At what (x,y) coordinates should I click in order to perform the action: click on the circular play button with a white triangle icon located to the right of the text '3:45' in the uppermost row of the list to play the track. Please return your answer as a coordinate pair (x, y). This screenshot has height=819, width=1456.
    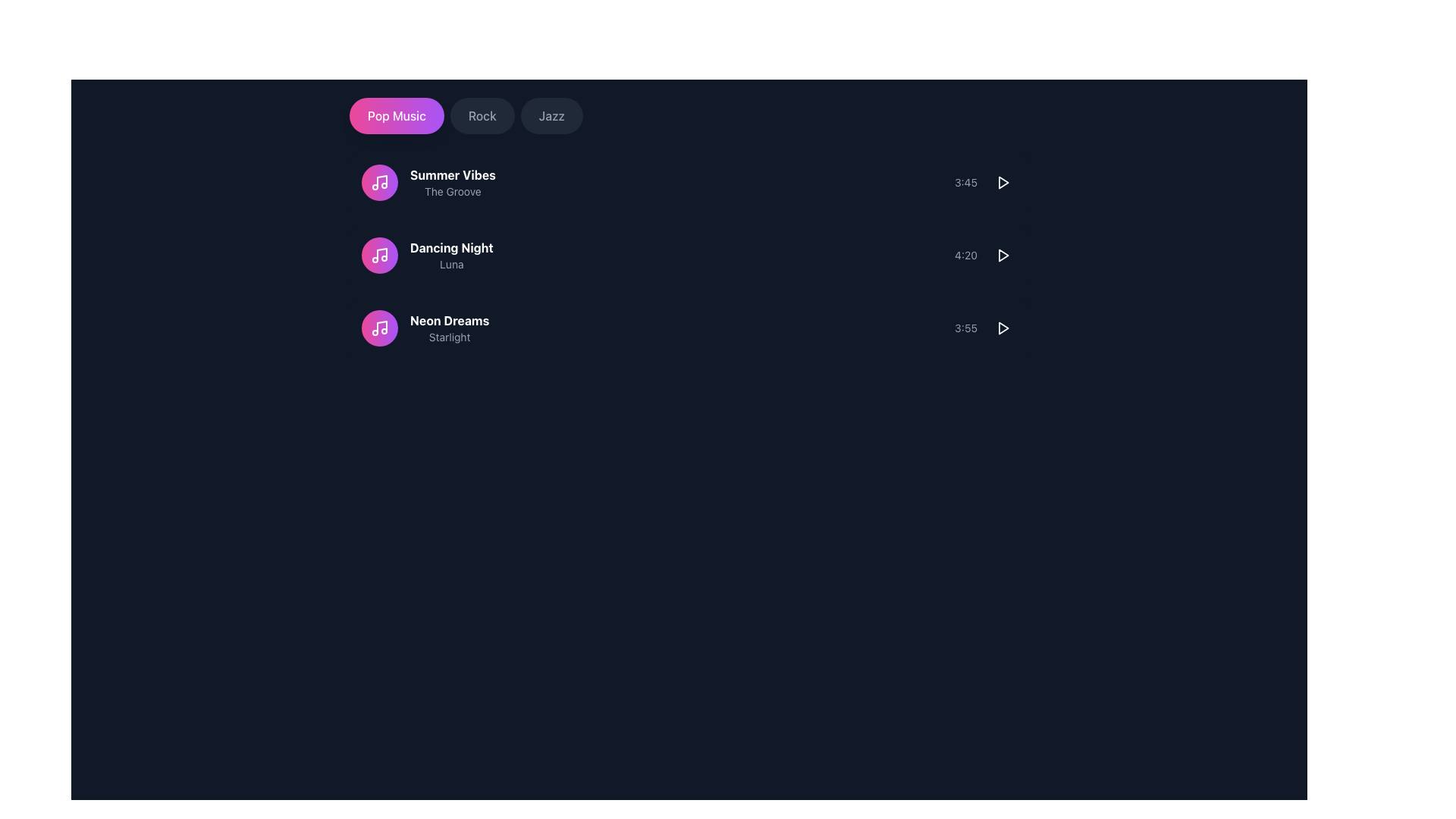
    Looking at the image, I should click on (1003, 181).